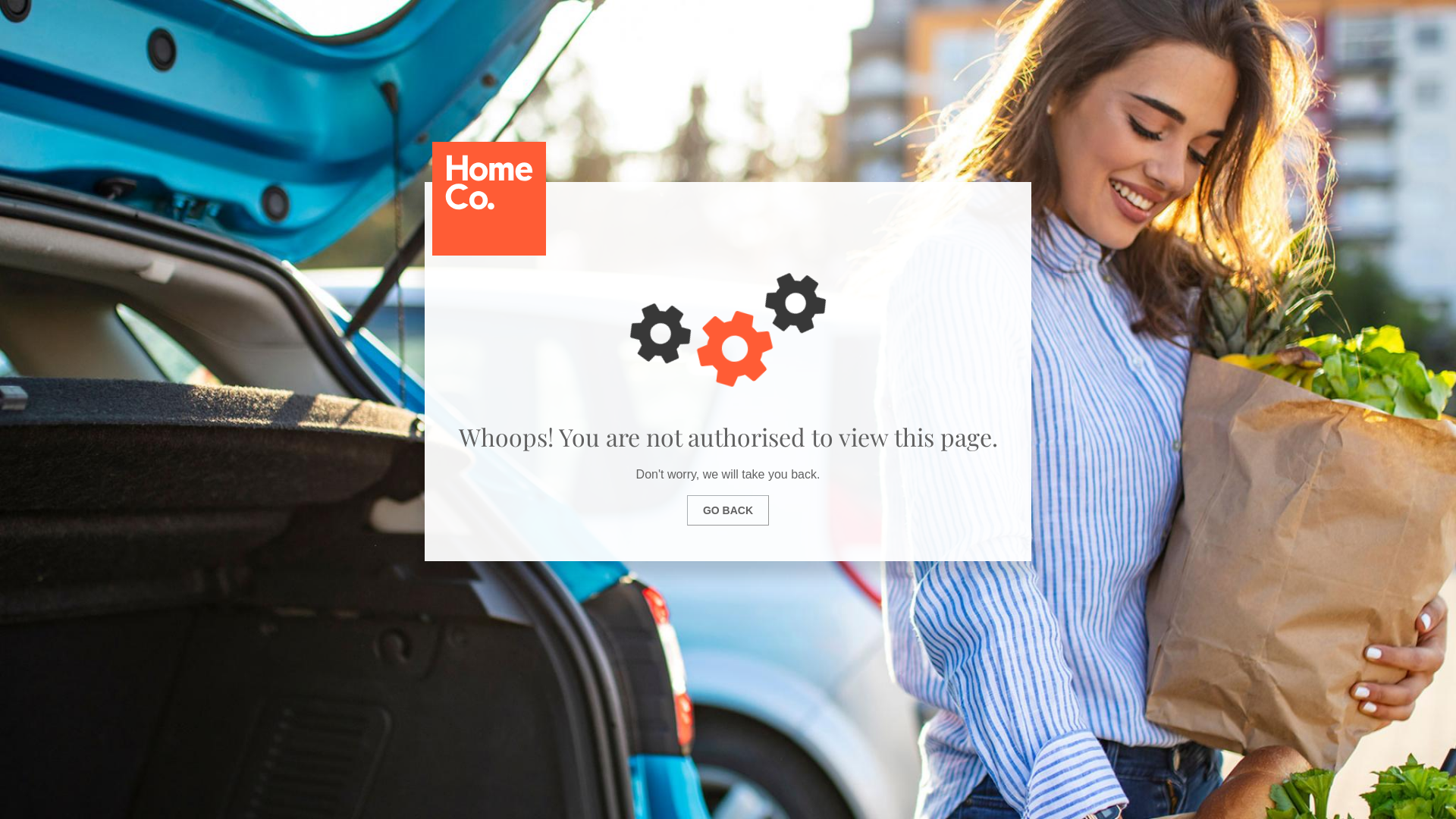 This screenshot has height=819, width=1456. What do you see at coordinates (728, 510) in the screenshot?
I see `'GO BACK'` at bounding box center [728, 510].